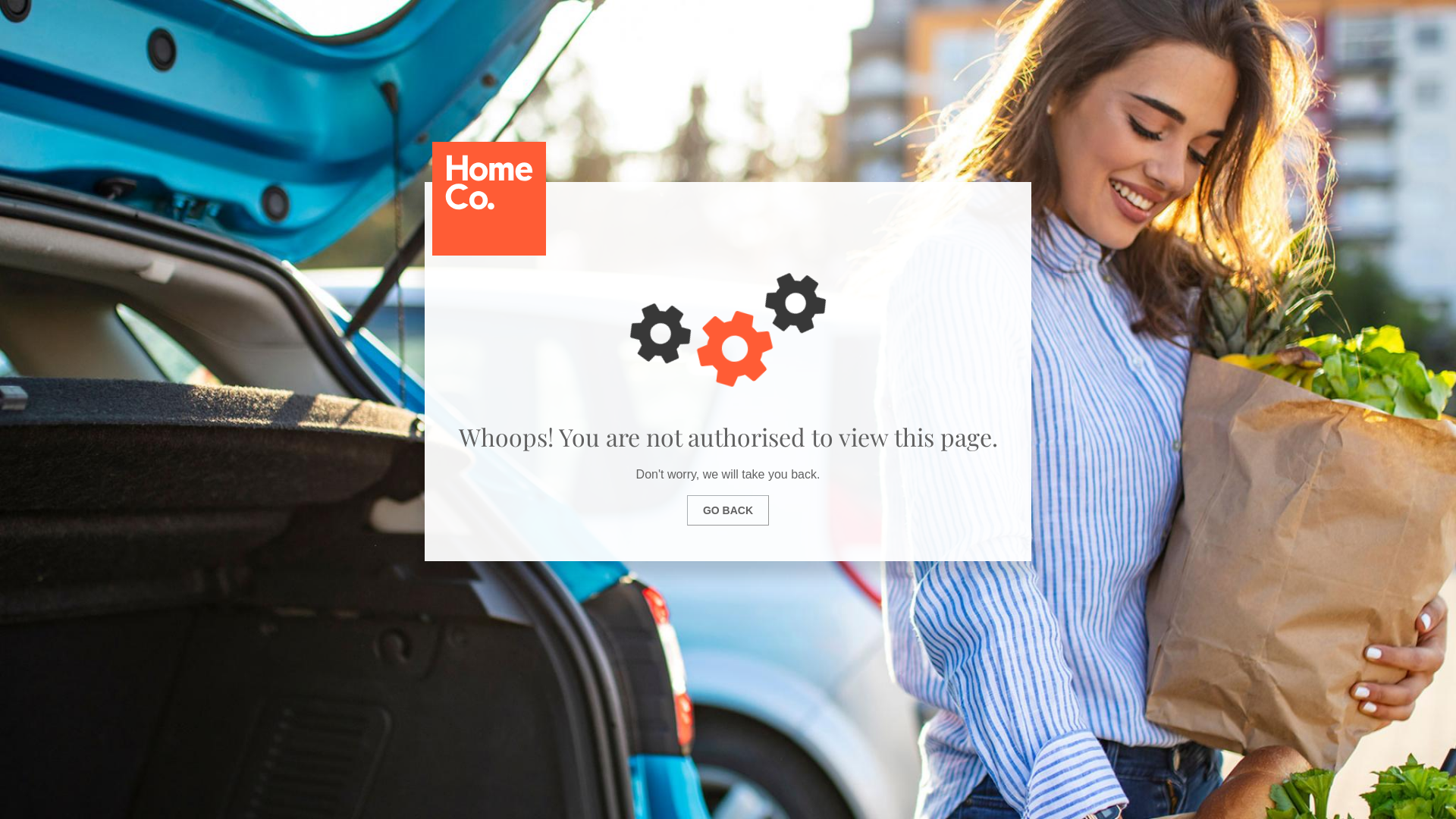 This screenshot has height=819, width=1456. What do you see at coordinates (728, 510) in the screenshot?
I see `'GO BACK'` at bounding box center [728, 510].